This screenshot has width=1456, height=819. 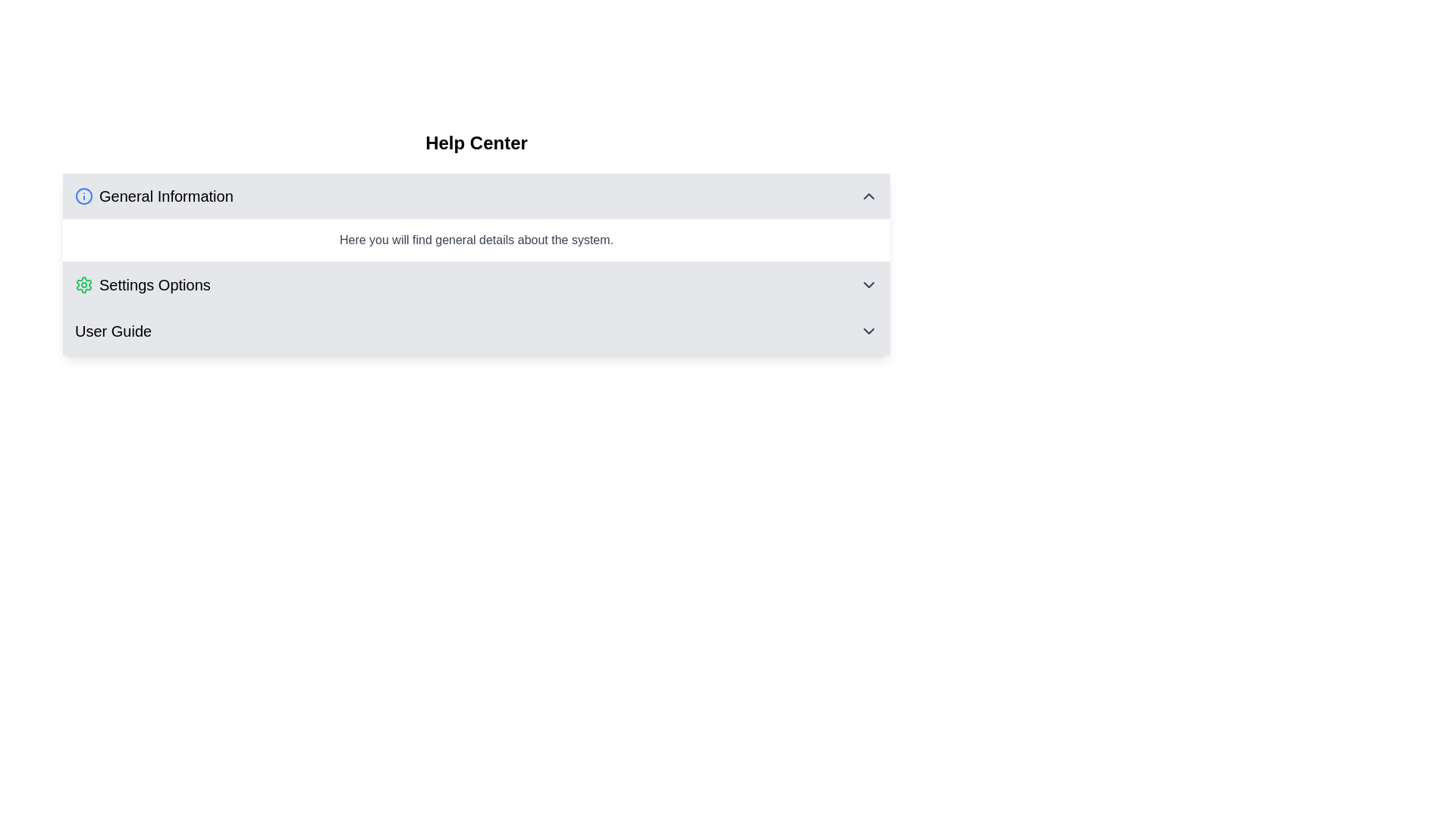 What do you see at coordinates (83, 284) in the screenshot?
I see `the gear-shaped icon with a green border, located next` at bounding box center [83, 284].